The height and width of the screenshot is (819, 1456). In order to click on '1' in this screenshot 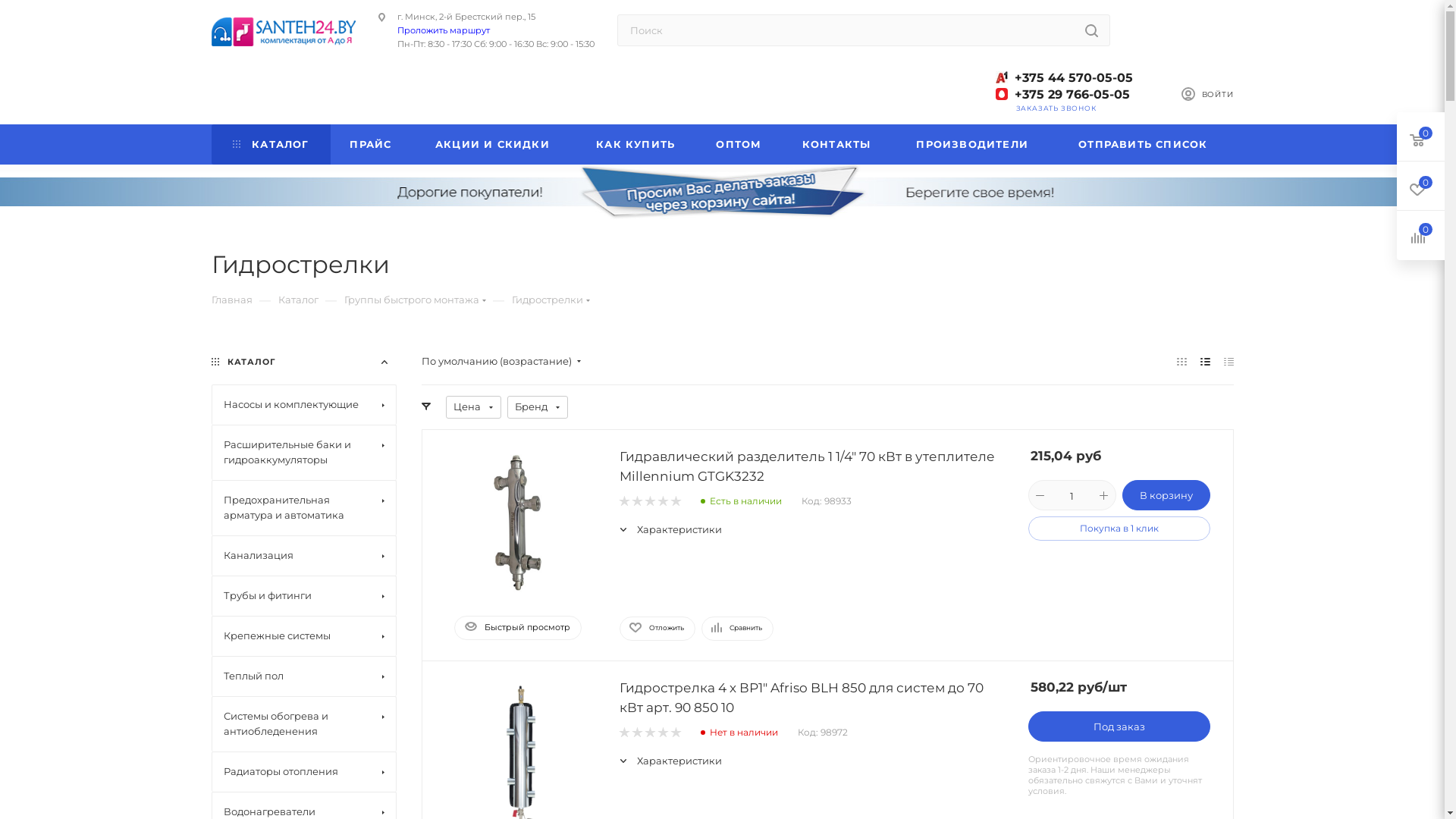, I will do `click(623, 501)`.